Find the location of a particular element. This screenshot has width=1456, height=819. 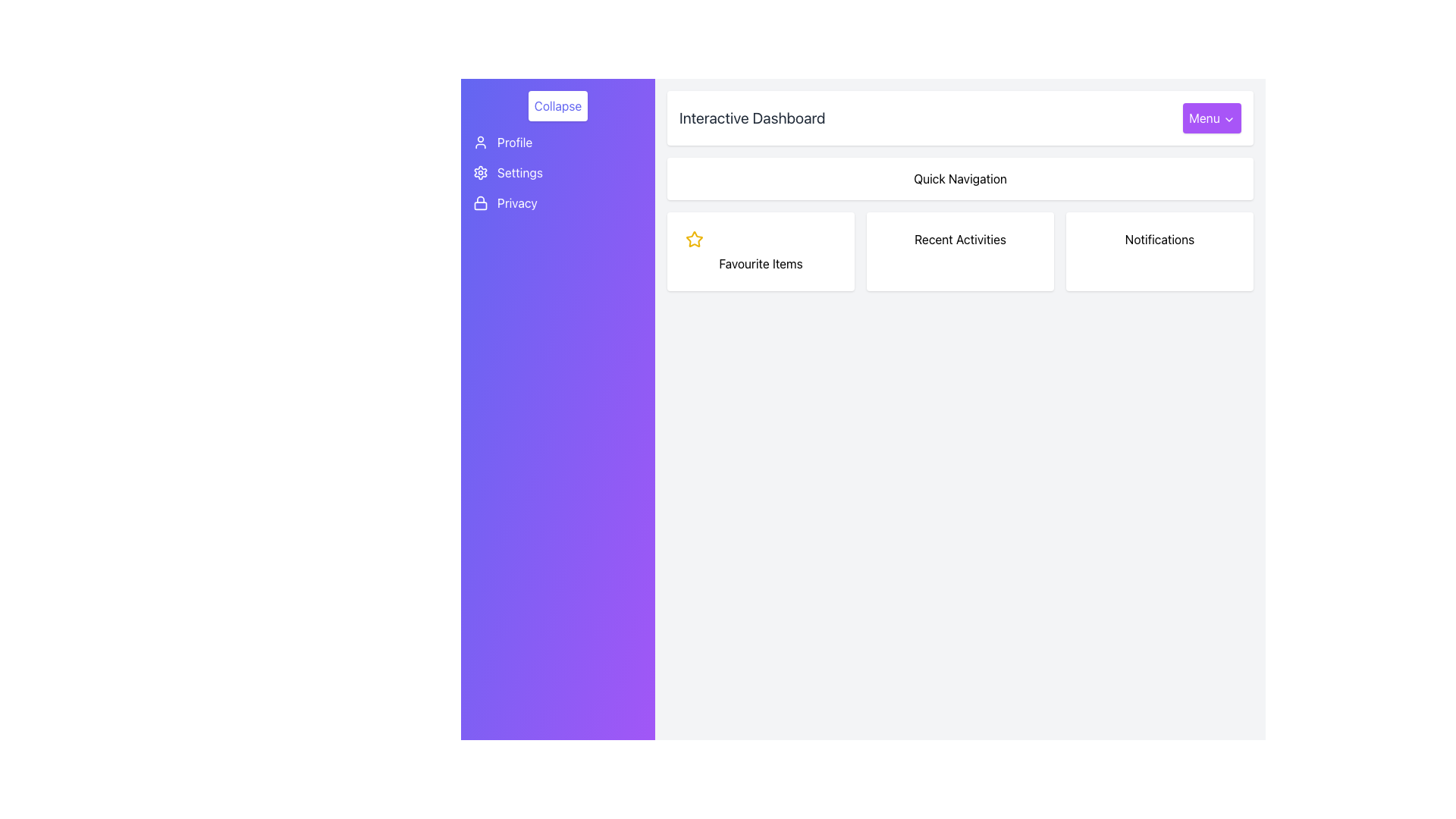

the gear icon in the sidebar menu next to the 'Settings' text is located at coordinates (479, 171).